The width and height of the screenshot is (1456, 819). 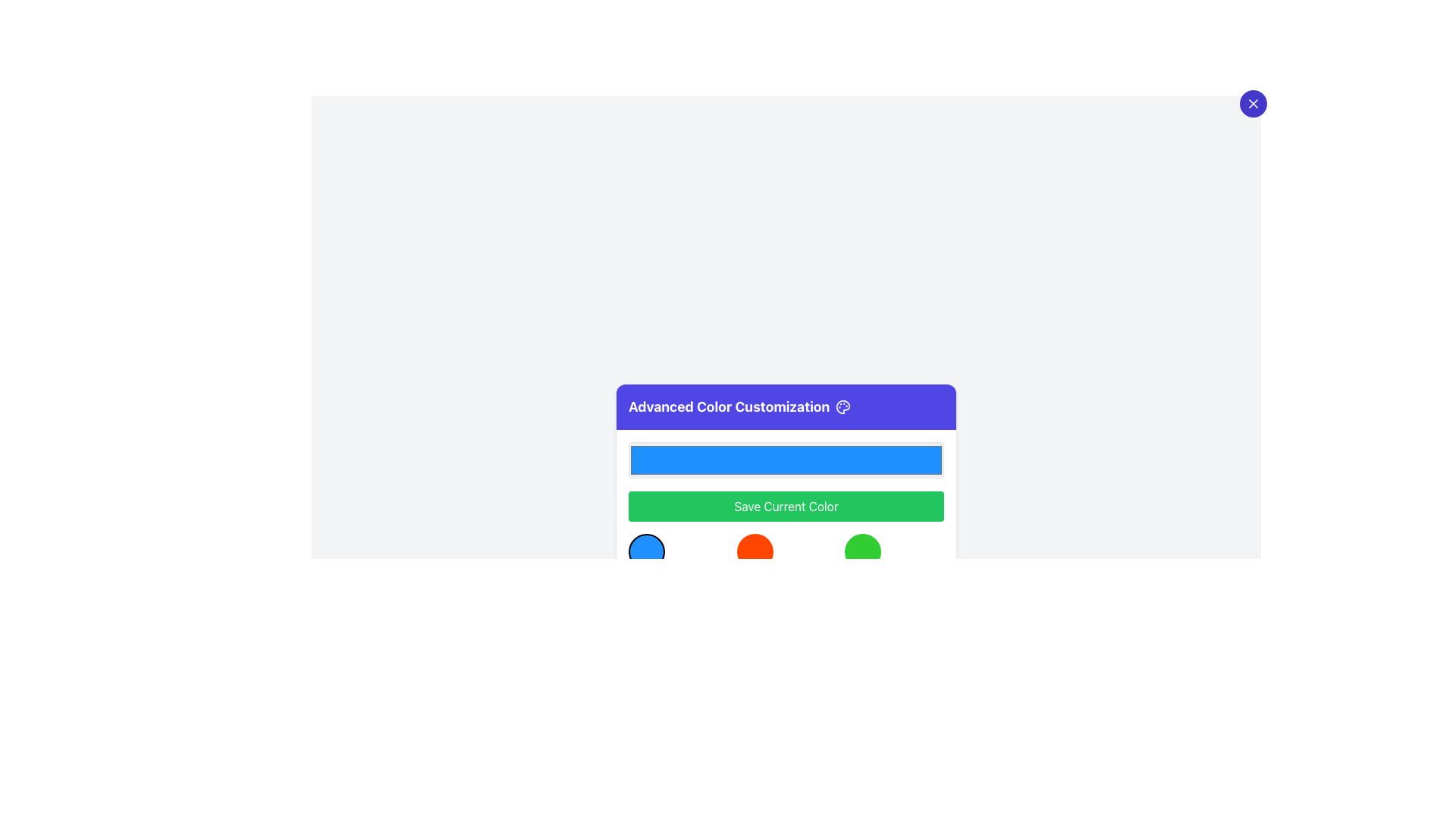 What do you see at coordinates (863, 551) in the screenshot?
I see `the third circular color indicator in the grid layout` at bounding box center [863, 551].